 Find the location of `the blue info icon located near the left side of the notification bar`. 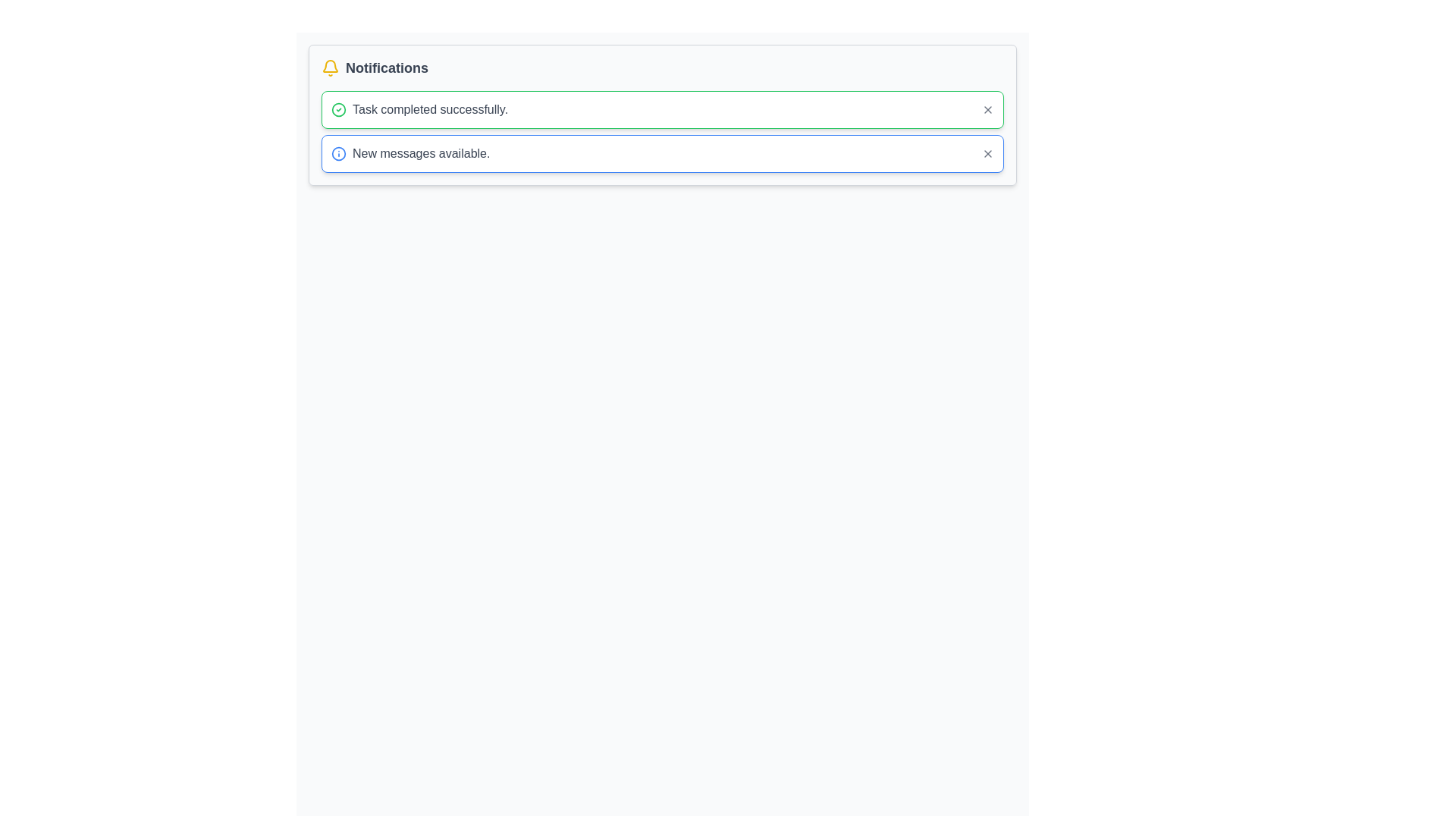

the blue info icon located near the left side of the notification bar is located at coordinates (337, 154).